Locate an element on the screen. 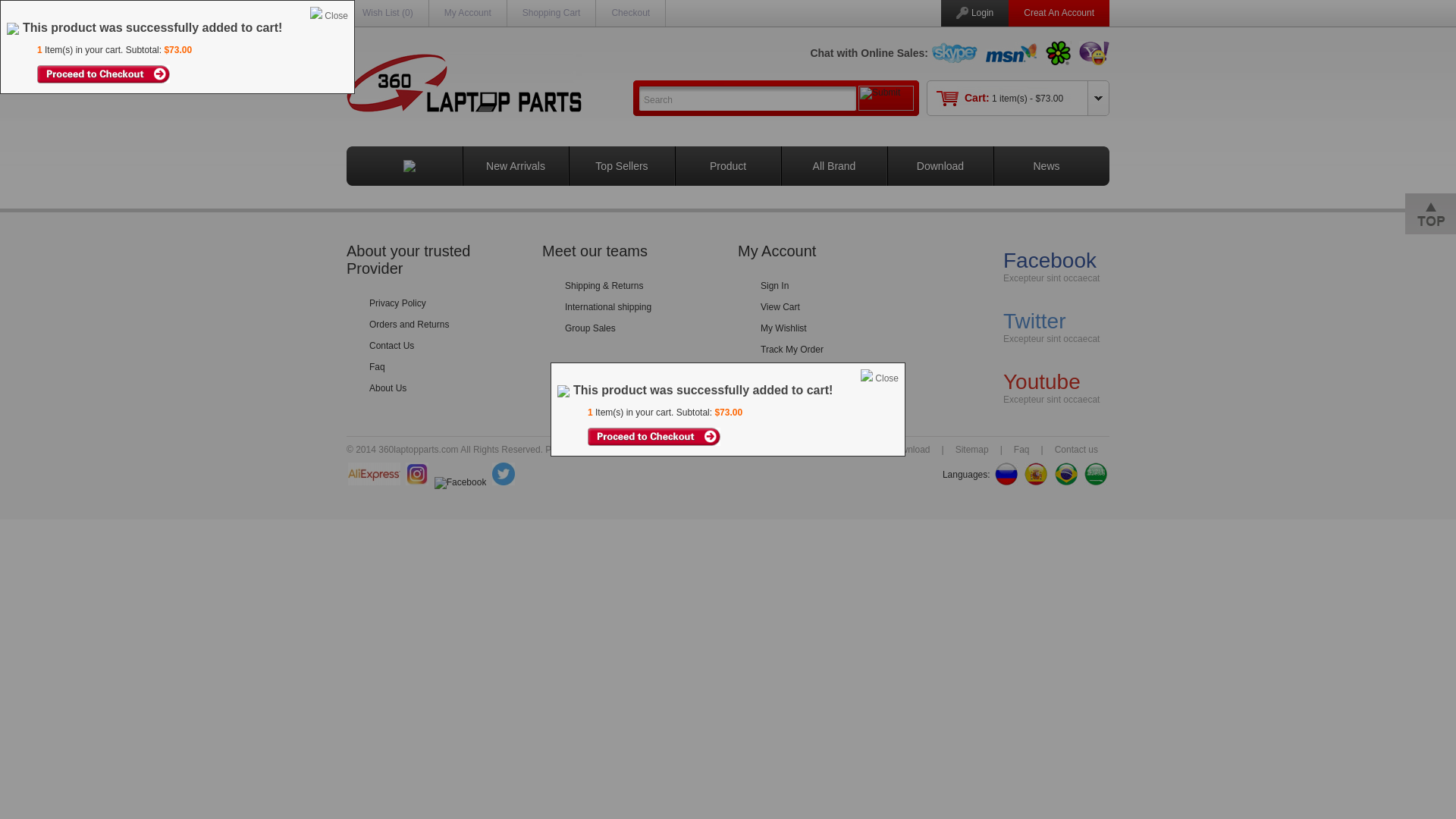 This screenshot has height=819, width=1456. 'Contact Us' is located at coordinates (391, 345).